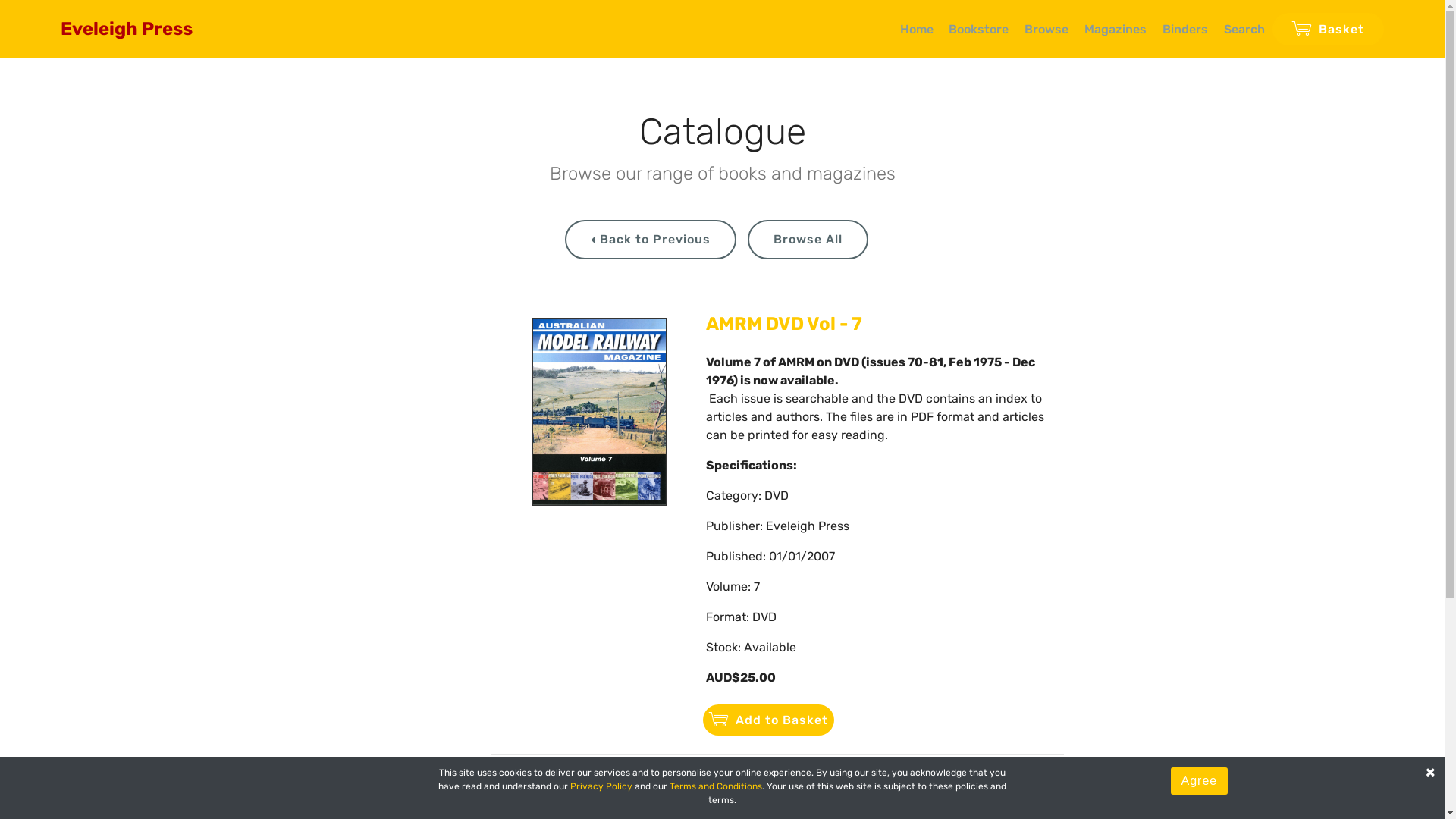 This screenshot has height=819, width=1456. What do you see at coordinates (1185, 29) in the screenshot?
I see `'Binders'` at bounding box center [1185, 29].